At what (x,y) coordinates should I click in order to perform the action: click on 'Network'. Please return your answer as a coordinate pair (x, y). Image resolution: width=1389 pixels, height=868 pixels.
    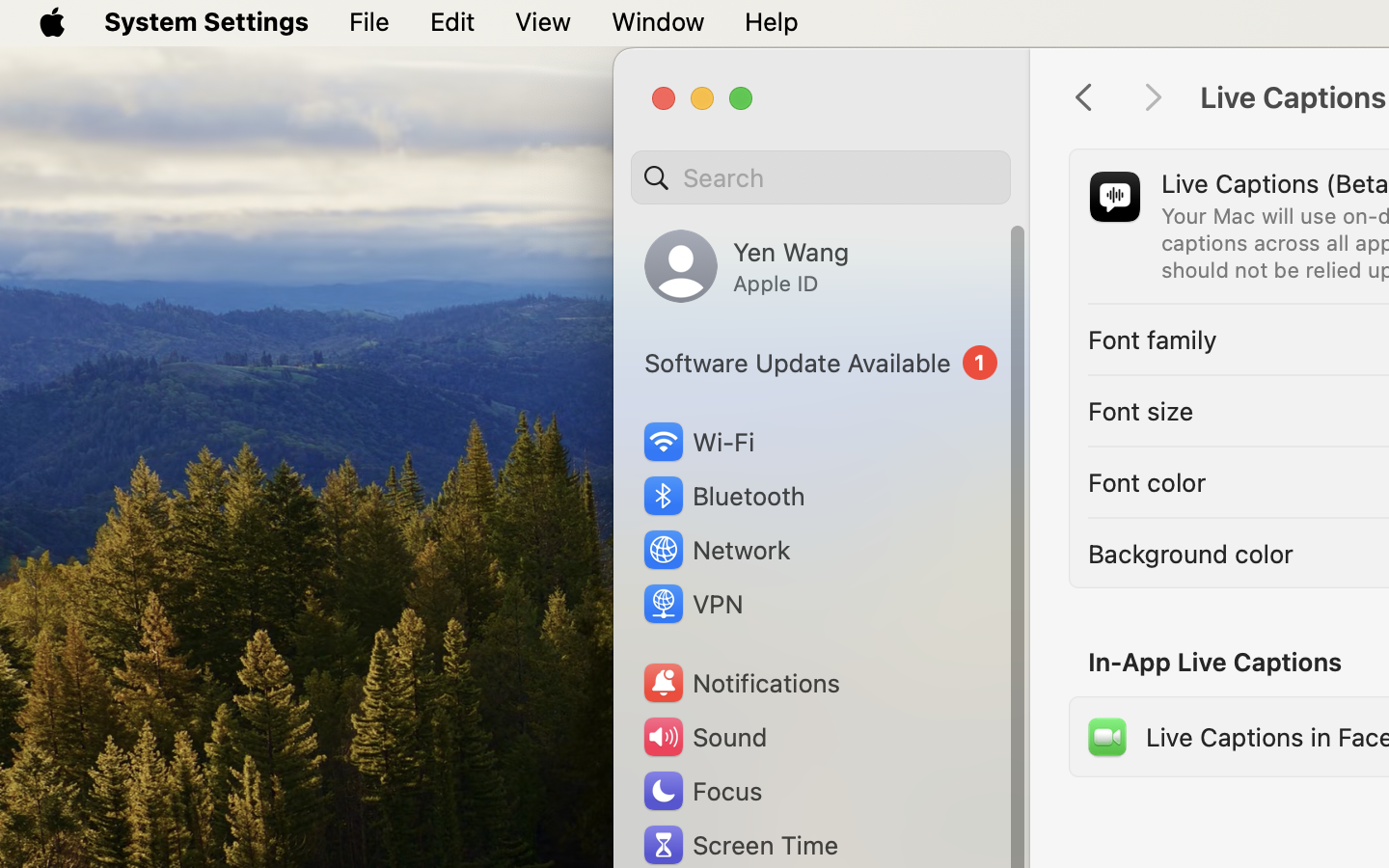
    Looking at the image, I should click on (715, 549).